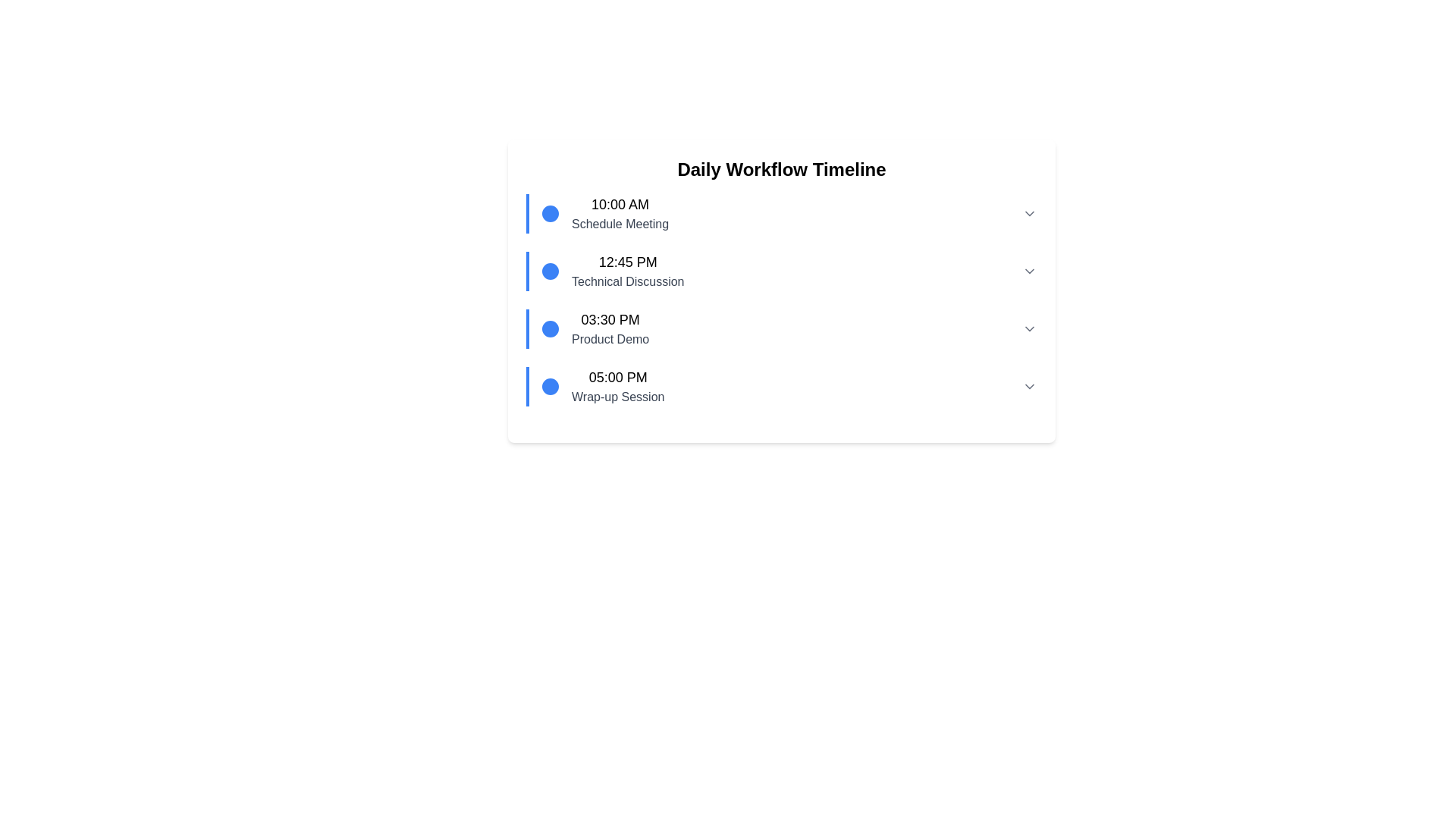 This screenshot has width=1456, height=819. I want to click on the blue SVG circle marker associated with the 'Wrap-up Session' at '05:00 PM' on the timeline, so click(549, 385).